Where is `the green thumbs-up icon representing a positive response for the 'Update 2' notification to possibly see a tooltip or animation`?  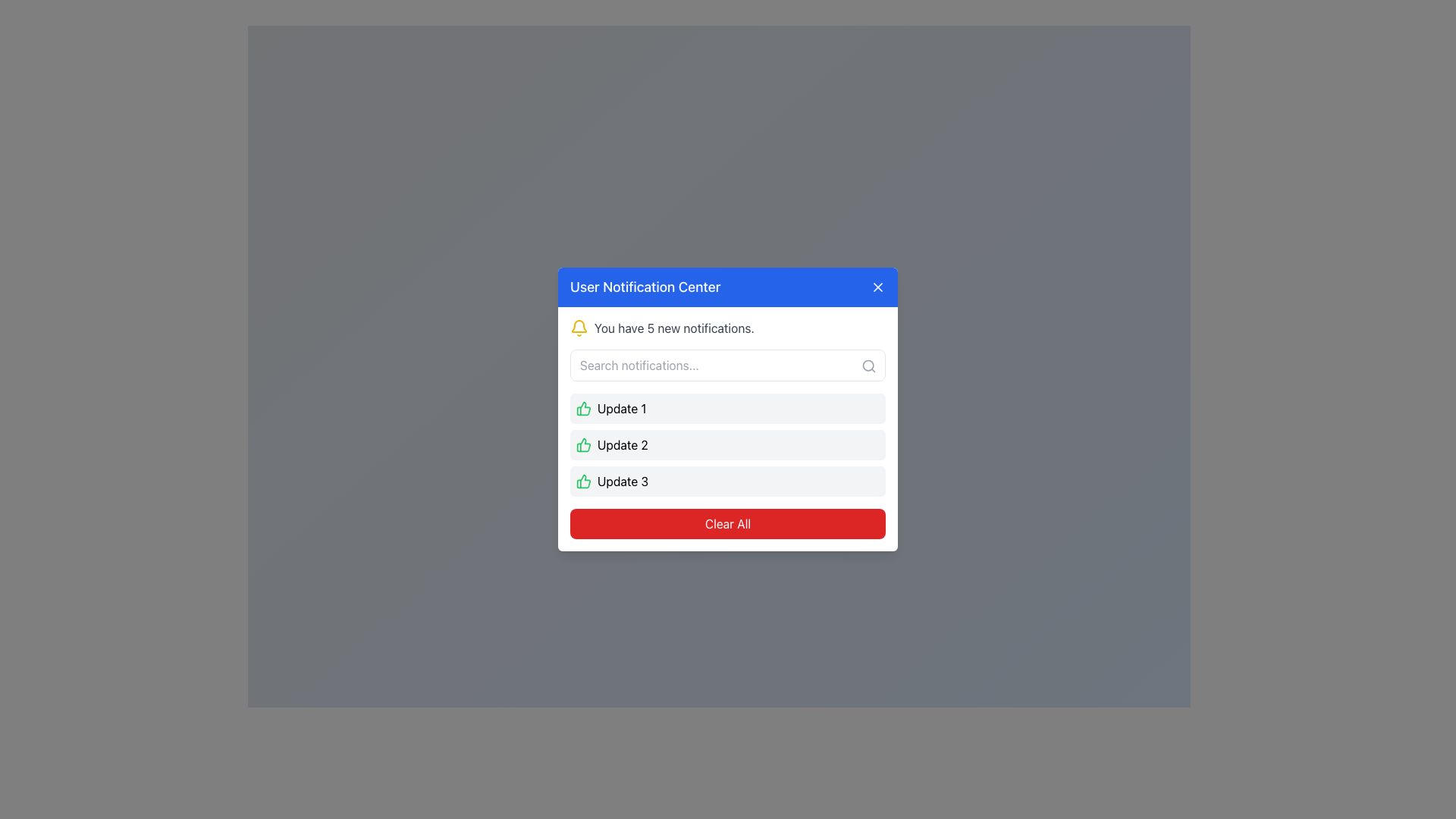 the green thumbs-up icon representing a positive response for the 'Update 2' notification to possibly see a tooltip or animation is located at coordinates (582, 444).